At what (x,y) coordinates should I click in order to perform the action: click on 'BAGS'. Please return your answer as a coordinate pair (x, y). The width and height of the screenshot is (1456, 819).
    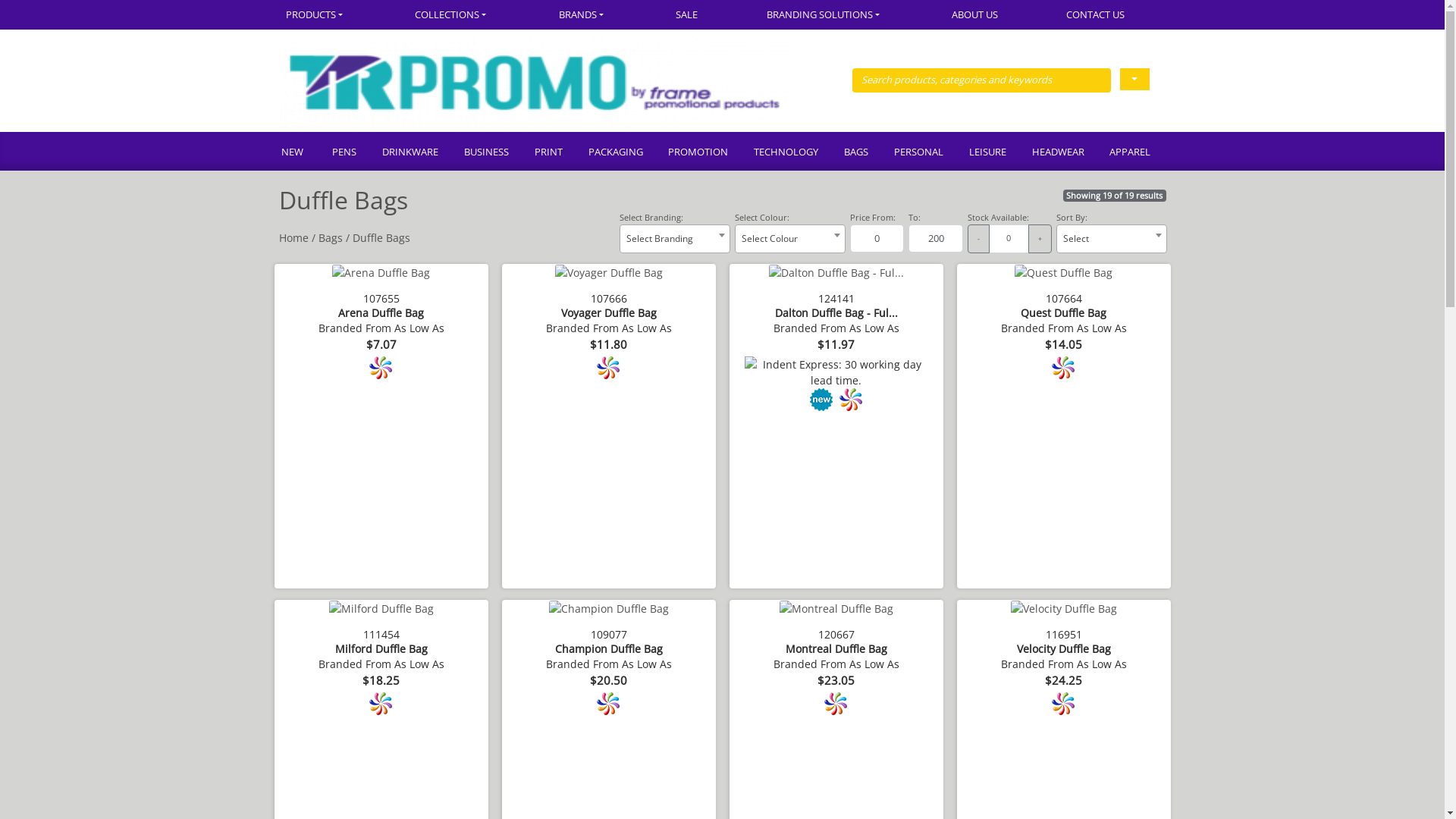
    Looking at the image, I should click on (855, 152).